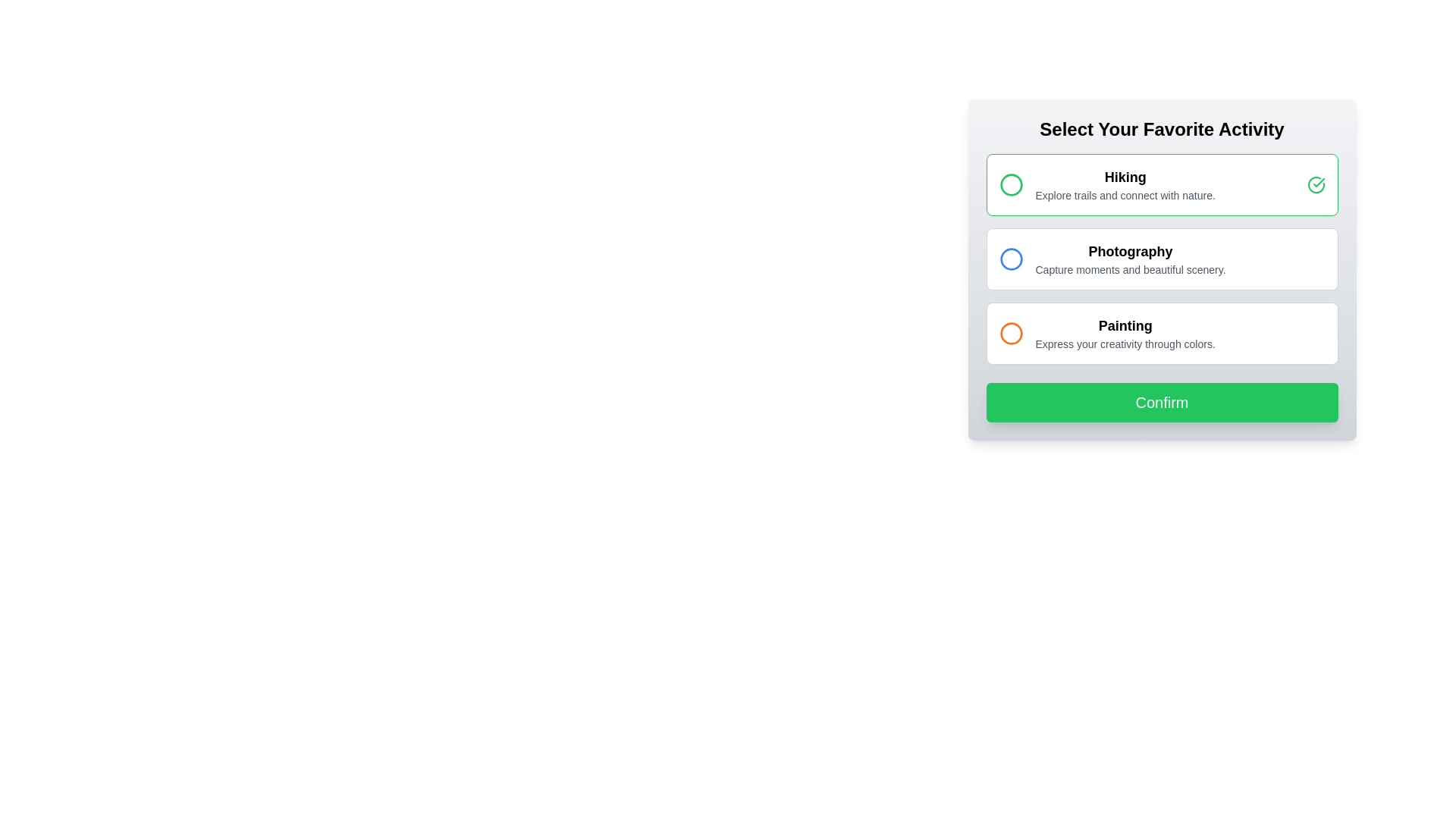 The width and height of the screenshot is (1456, 819). I want to click on the check mark icon indicating the active state for the Hiking activity option, located in the green-bordered selection box, so click(1315, 184).